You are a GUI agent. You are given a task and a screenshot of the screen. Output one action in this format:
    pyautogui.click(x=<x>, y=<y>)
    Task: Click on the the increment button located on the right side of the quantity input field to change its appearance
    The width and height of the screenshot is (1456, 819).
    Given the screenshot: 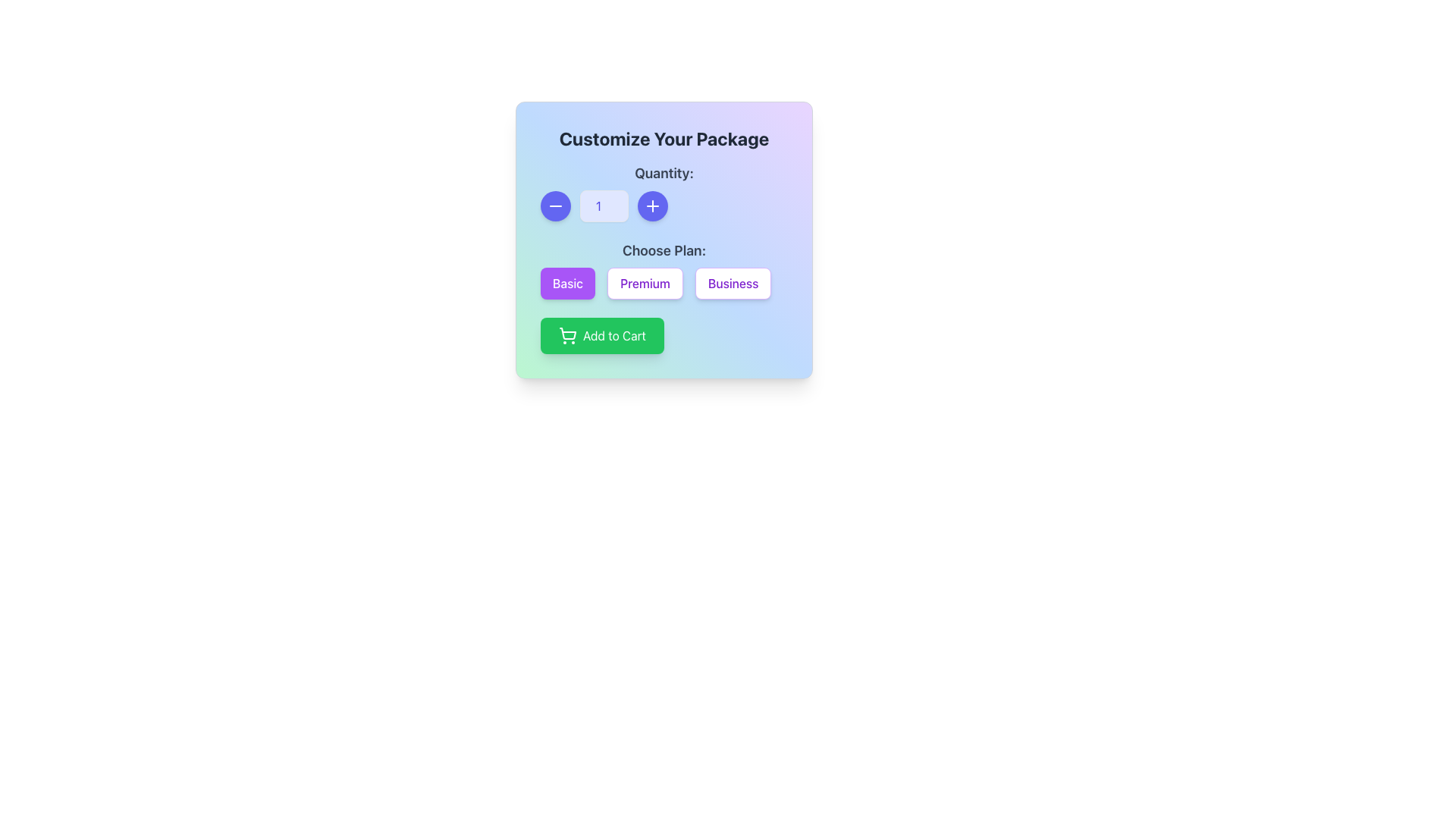 What is the action you would take?
    pyautogui.click(x=664, y=206)
    